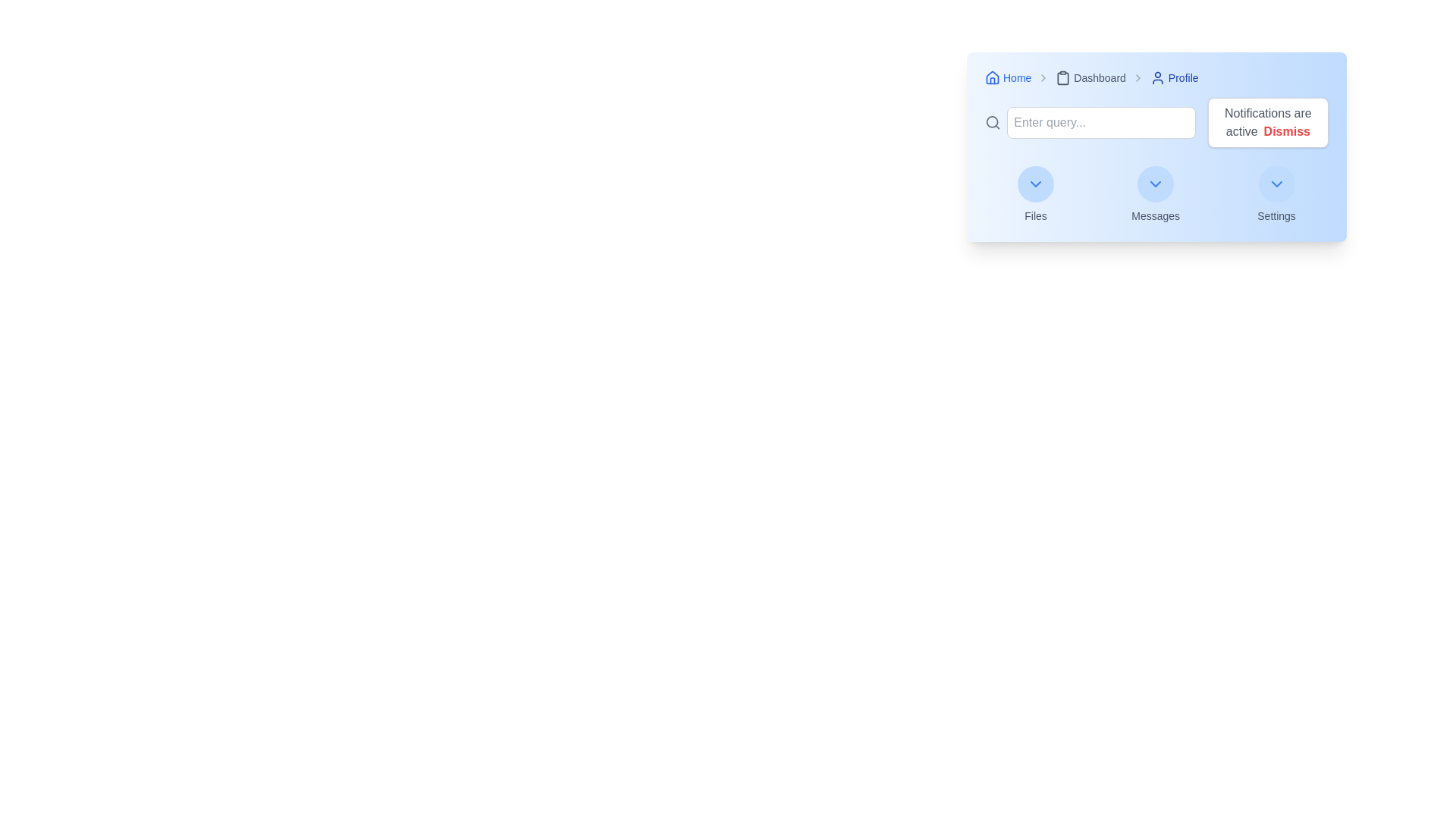  Describe the element at coordinates (1268, 122) in the screenshot. I see `the 'Dismiss' button in the notification box that states 'Notifications are active'` at that location.